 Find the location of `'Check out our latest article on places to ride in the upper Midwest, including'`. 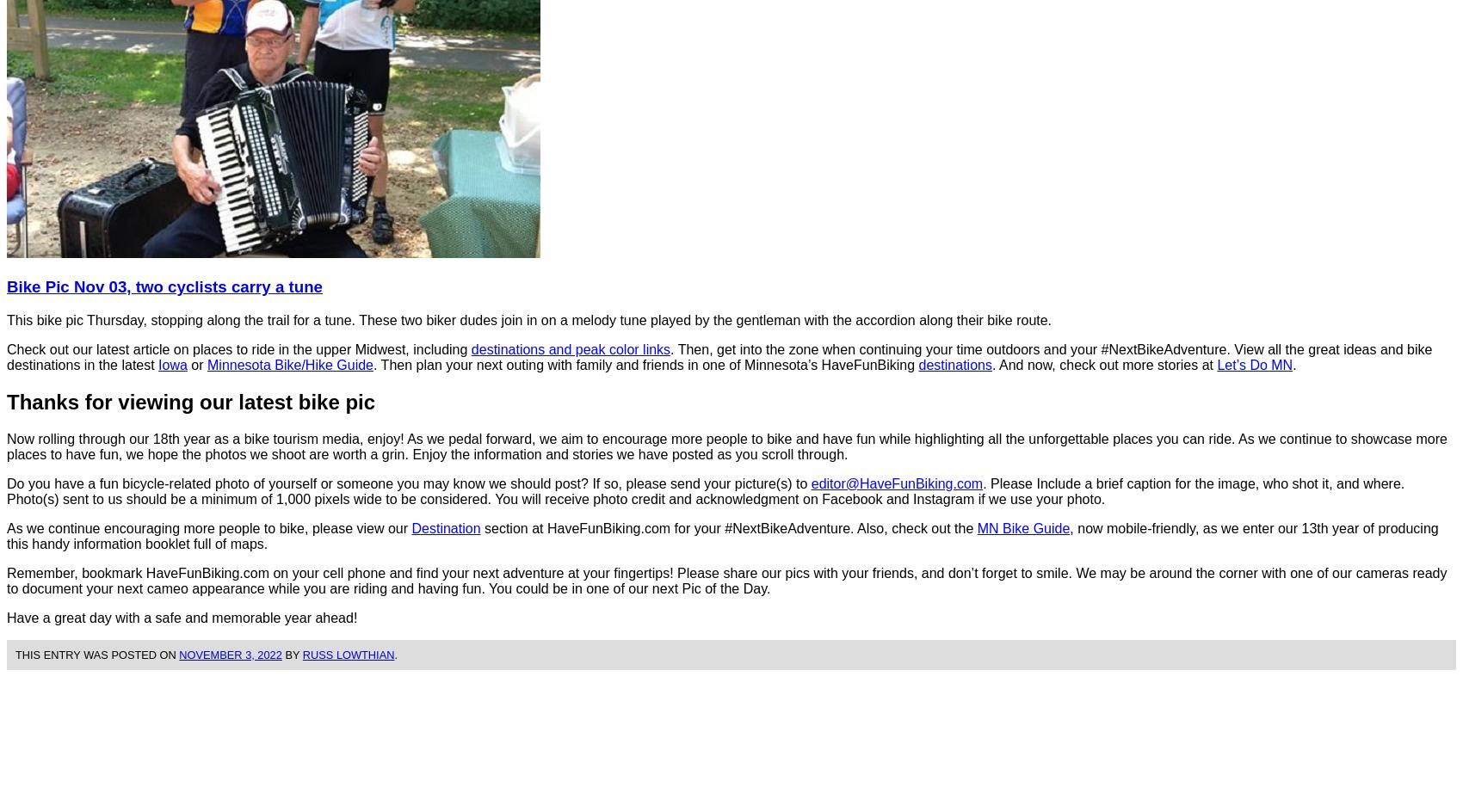

'Check out our latest article on places to ride in the upper Midwest, including' is located at coordinates (6, 348).